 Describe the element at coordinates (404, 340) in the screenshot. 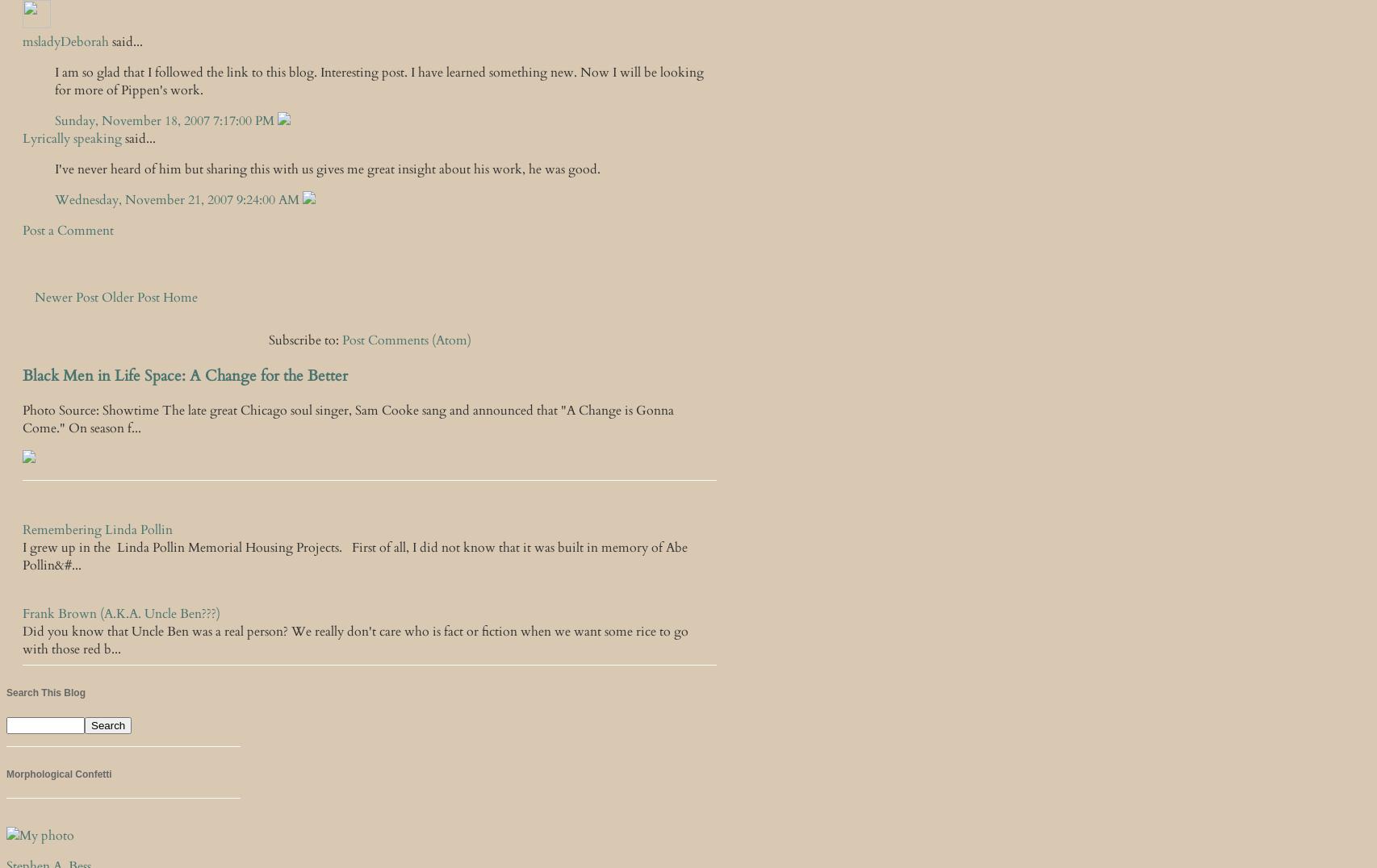

I see `'Post Comments (Atom)'` at that location.